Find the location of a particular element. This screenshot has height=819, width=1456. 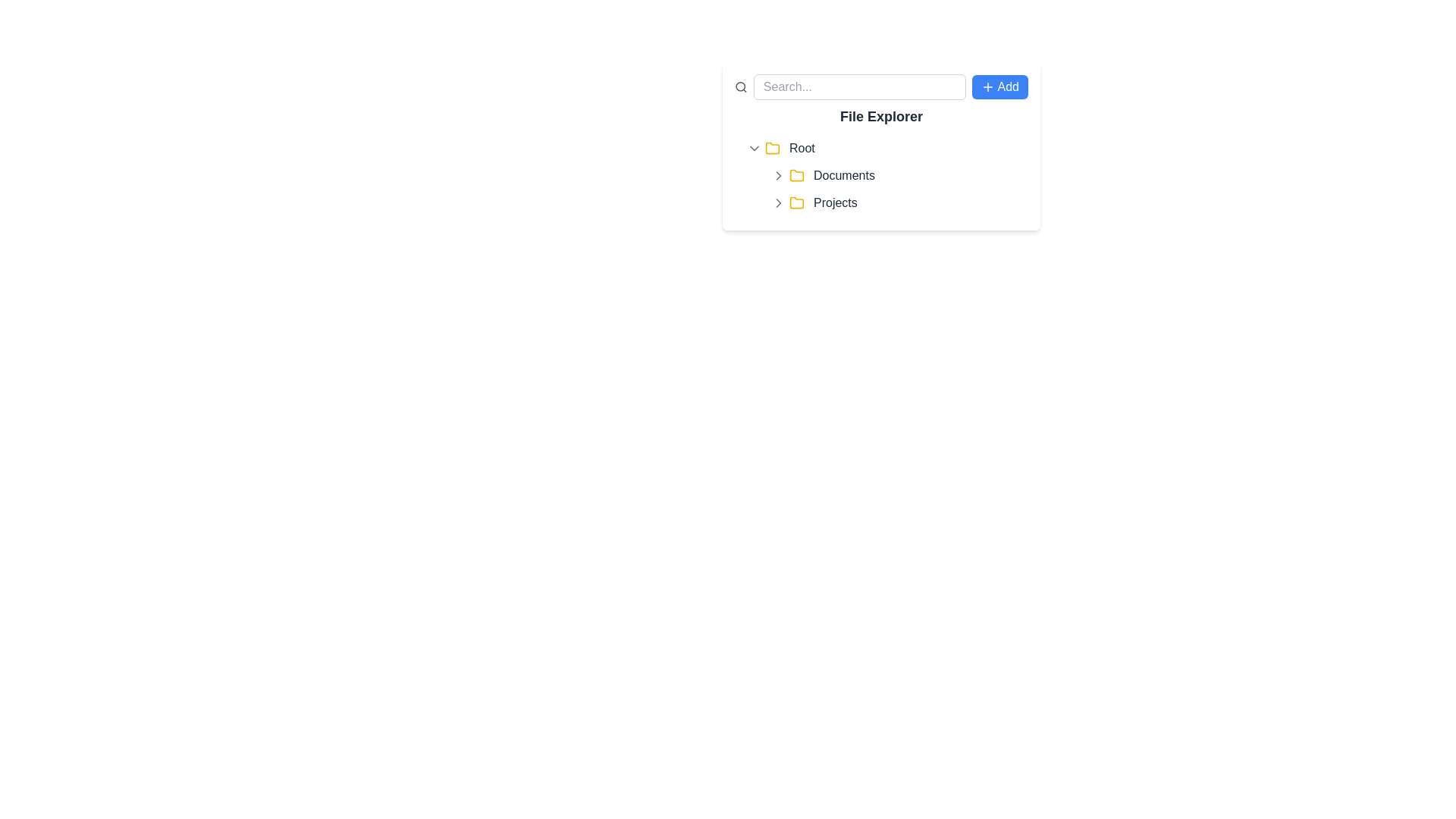

the rightward-pointing chevron icon located to the left of the 'Projects' label is located at coordinates (779, 202).